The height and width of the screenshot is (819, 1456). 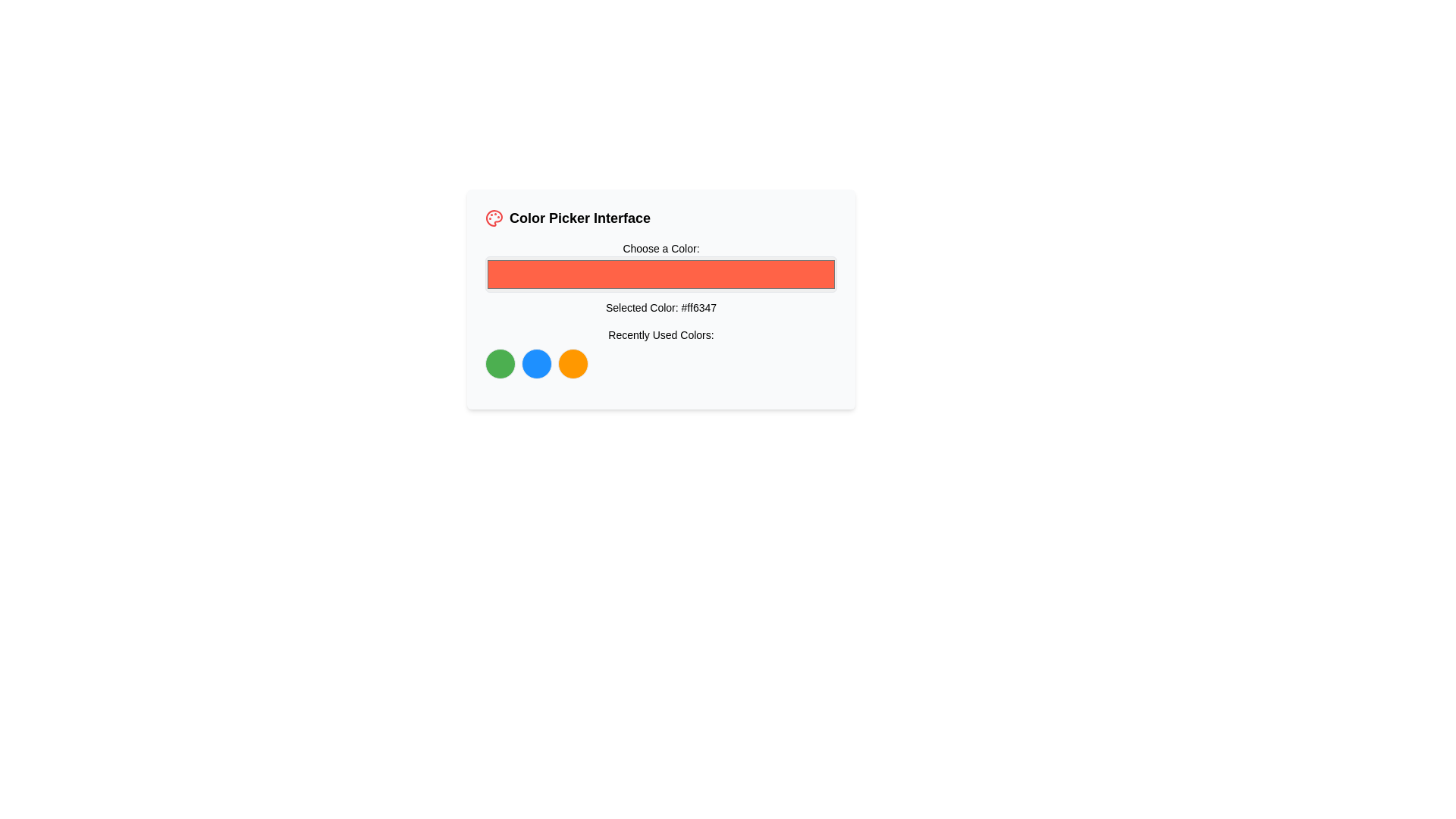 What do you see at coordinates (537, 363) in the screenshot?
I see `the blue color selection button located in the middle of a row of three circular elements in the 'Recently Used Colors' panel` at bounding box center [537, 363].